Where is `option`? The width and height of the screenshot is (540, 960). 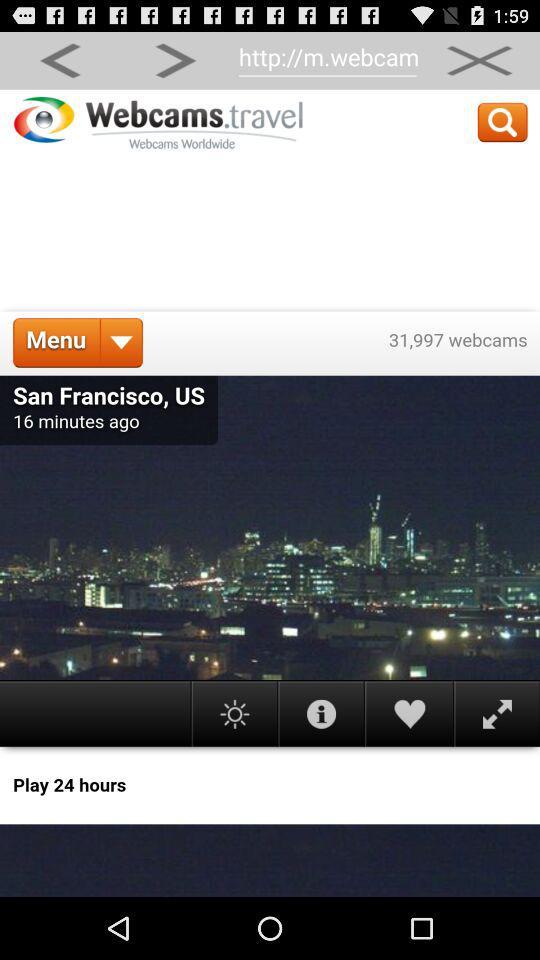 option is located at coordinates (478, 59).